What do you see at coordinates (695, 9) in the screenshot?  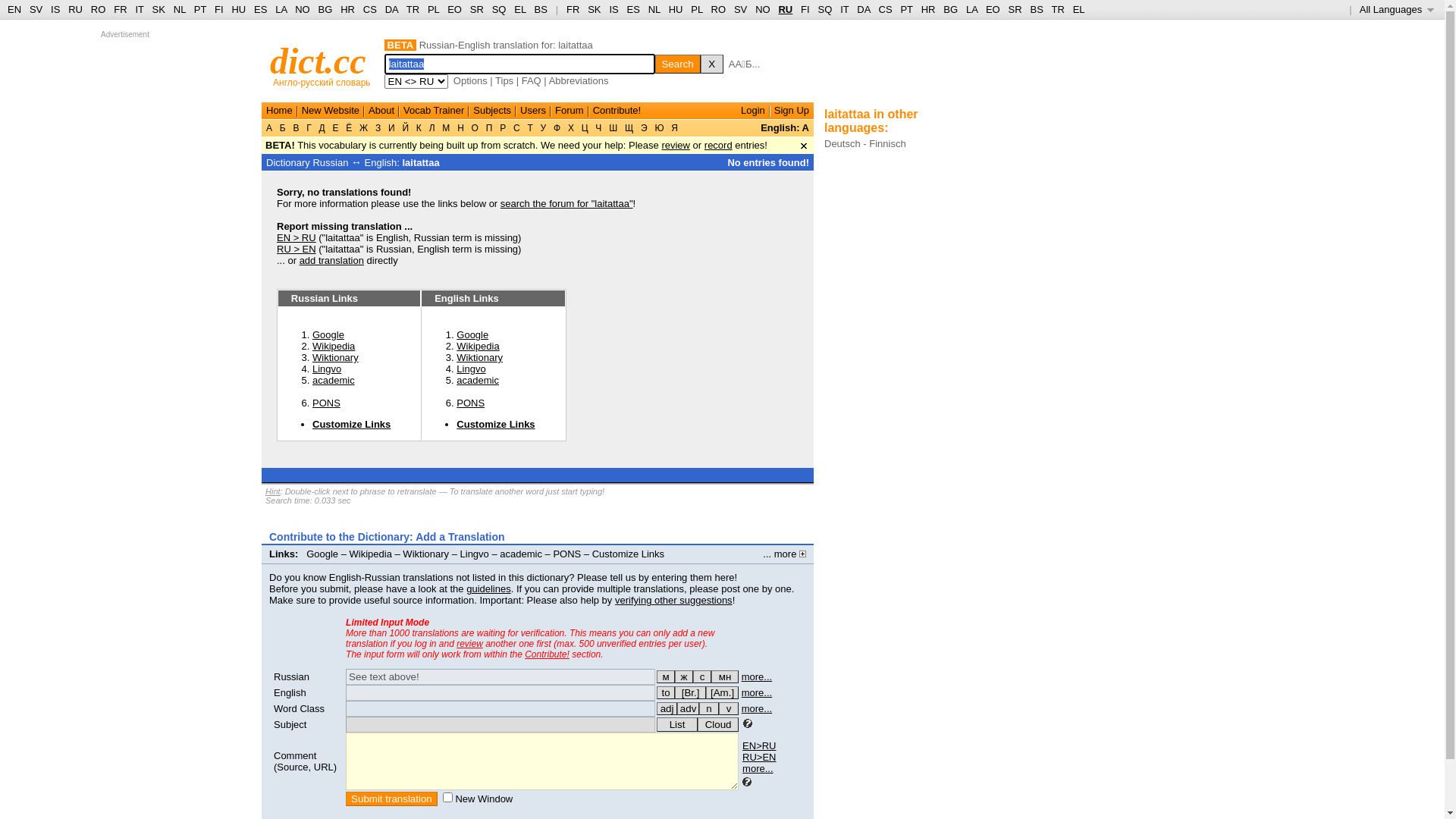 I see `'PL'` at bounding box center [695, 9].